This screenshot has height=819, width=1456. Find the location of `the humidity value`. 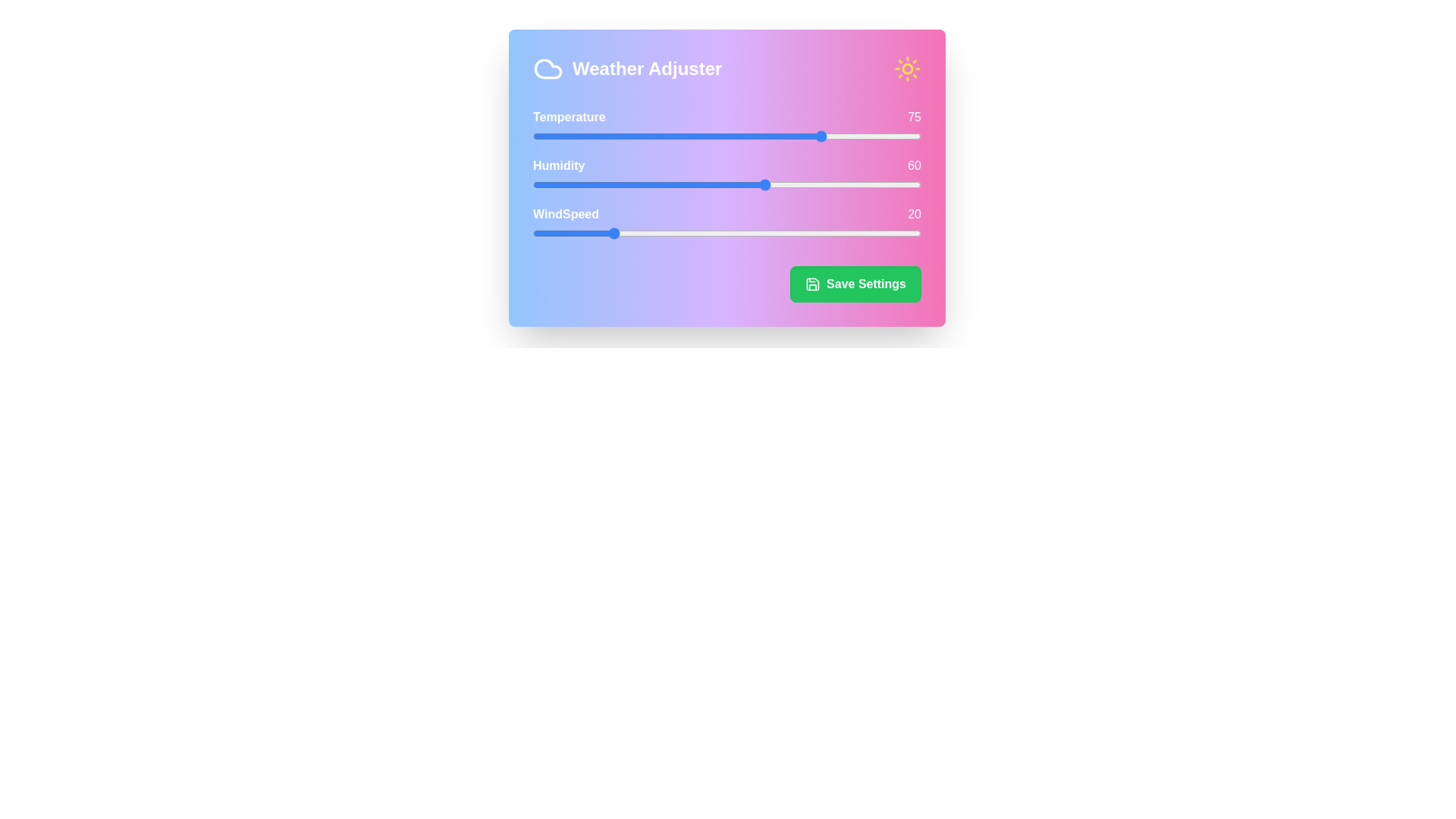

the humidity value is located at coordinates (815, 184).